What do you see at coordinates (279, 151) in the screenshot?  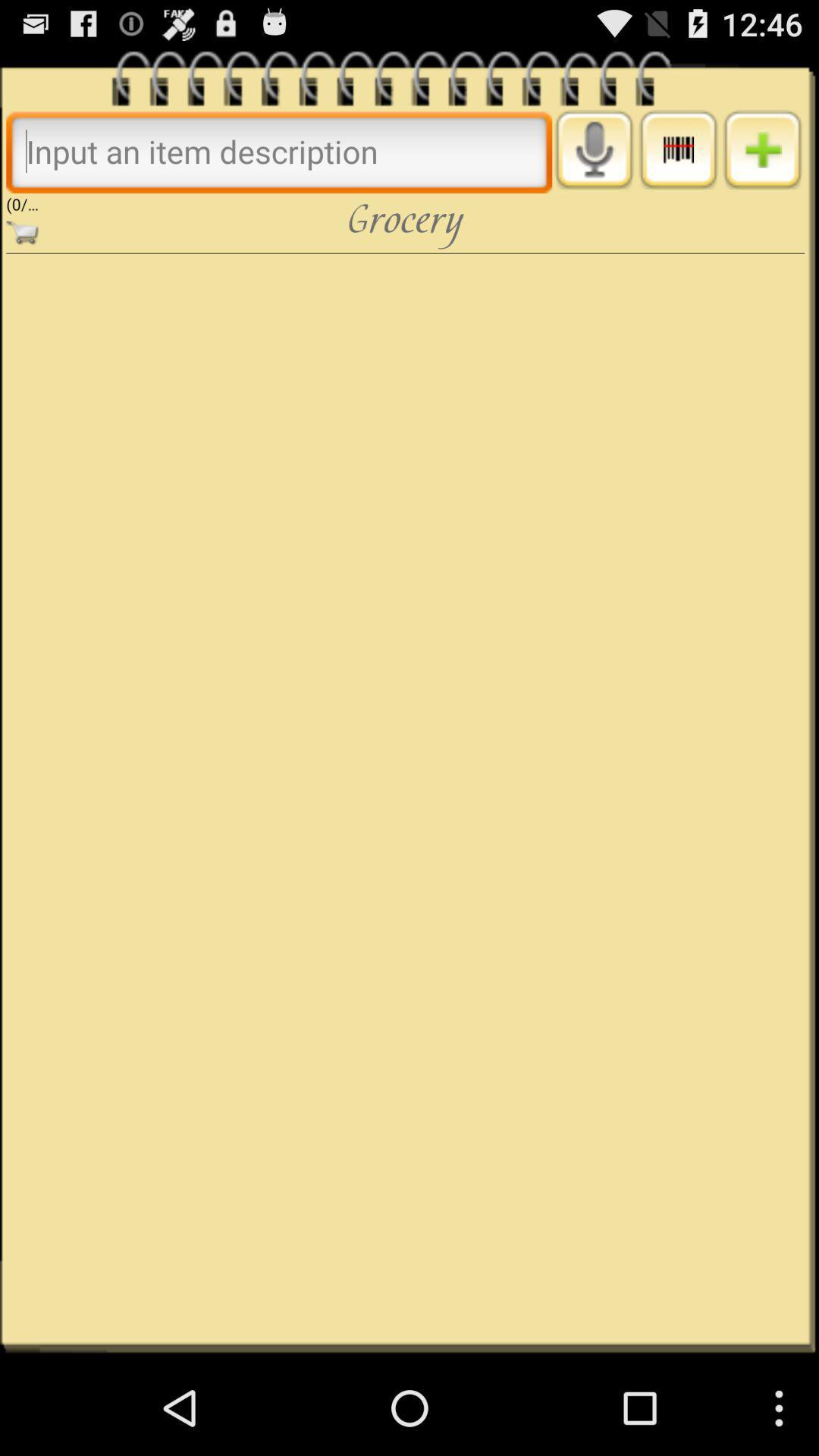 I see `input item description` at bounding box center [279, 151].